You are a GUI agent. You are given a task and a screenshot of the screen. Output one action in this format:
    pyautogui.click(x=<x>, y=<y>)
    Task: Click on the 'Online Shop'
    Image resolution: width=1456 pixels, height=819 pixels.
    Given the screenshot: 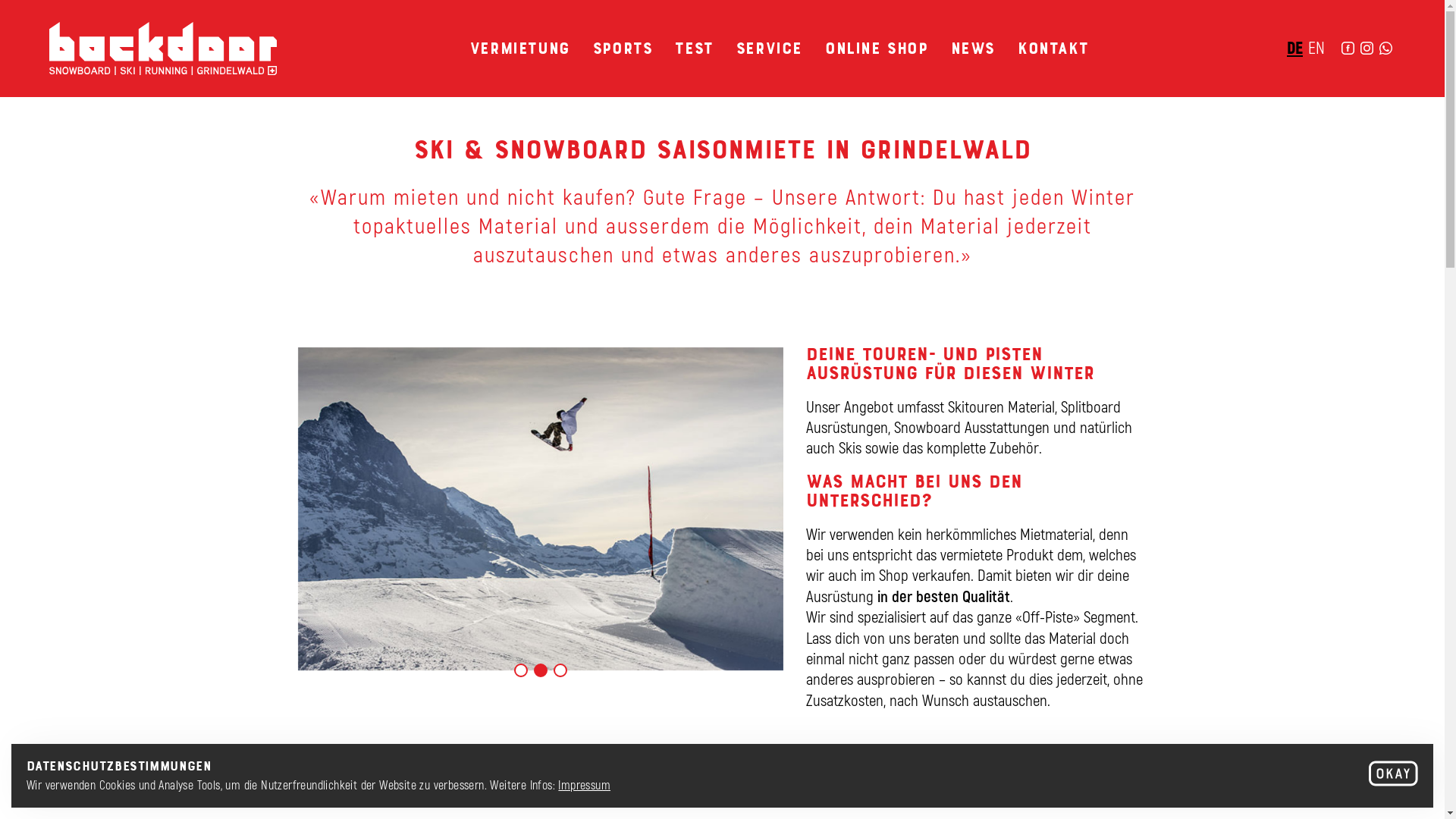 What is the action you would take?
    pyautogui.click(x=877, y=45)
    